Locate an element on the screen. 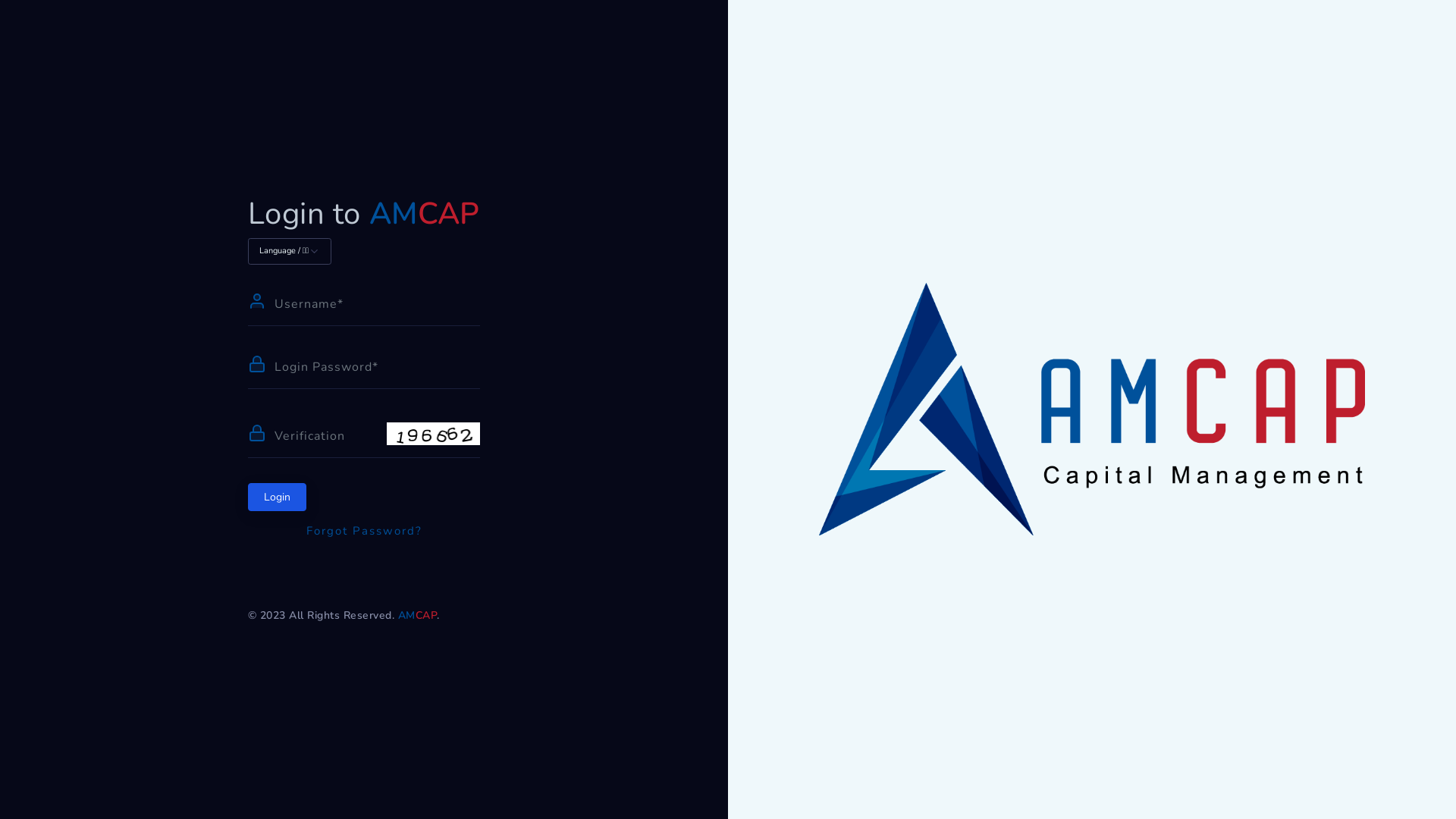 This screenshot has width=1456, height=819. 'AMCAP' is located at coordinates (397, 615).